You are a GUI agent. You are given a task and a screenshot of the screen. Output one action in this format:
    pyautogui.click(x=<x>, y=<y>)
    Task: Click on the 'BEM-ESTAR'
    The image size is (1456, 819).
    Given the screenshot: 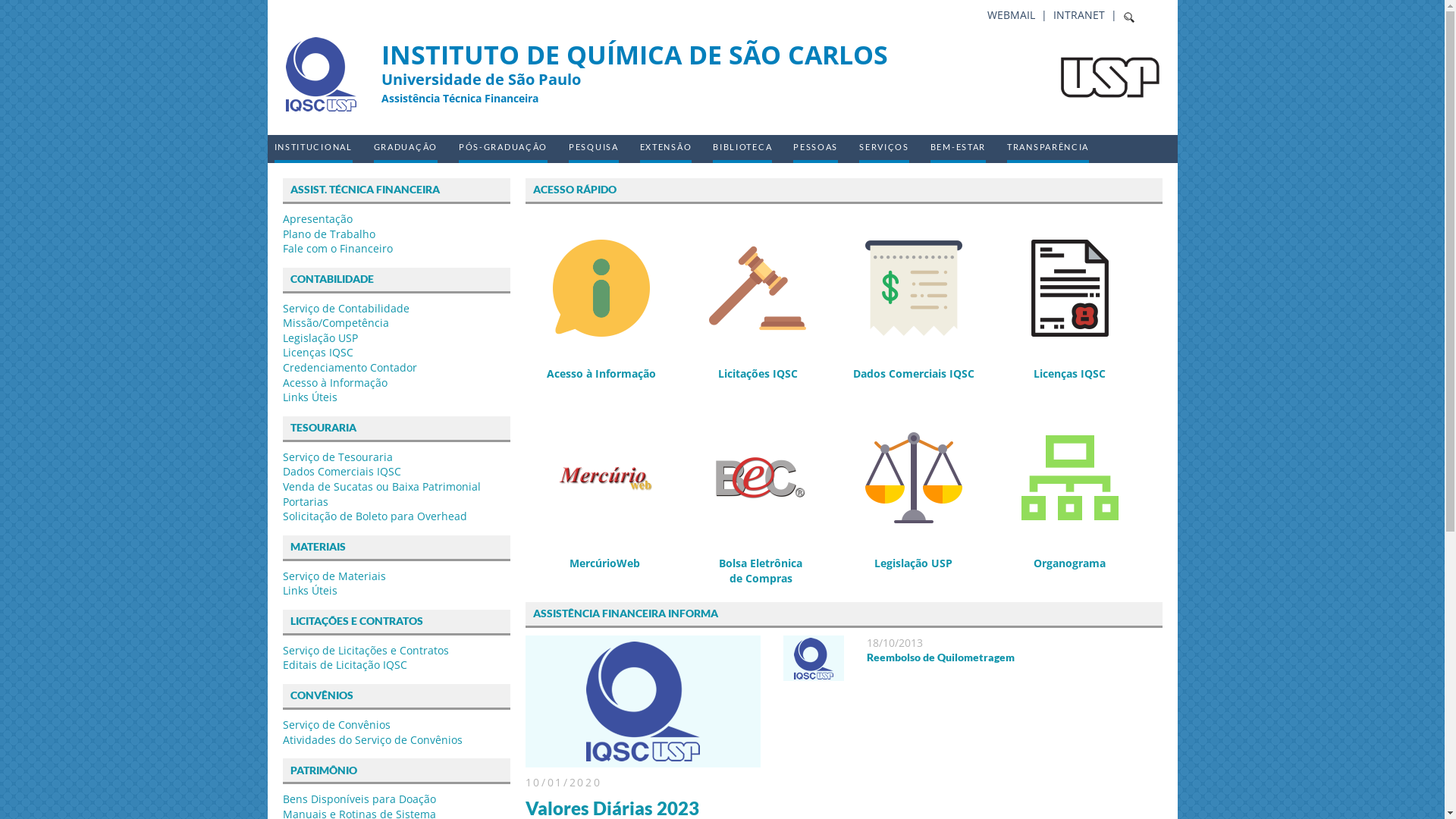 What is the action you would take?
    pyautogui.click(x=957, y=149)
    